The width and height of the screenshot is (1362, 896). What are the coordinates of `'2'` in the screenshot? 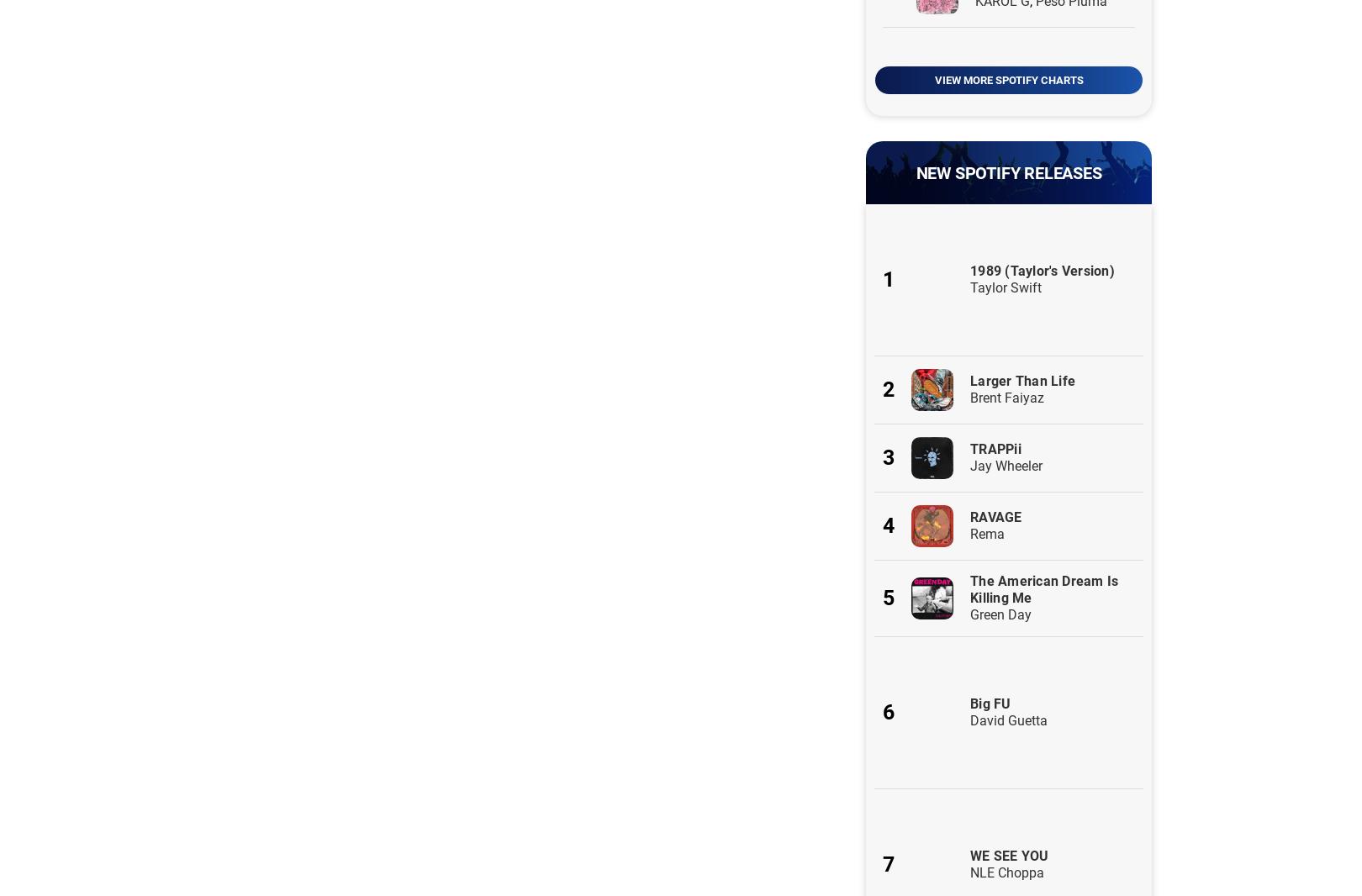 It's located at (888, 389).